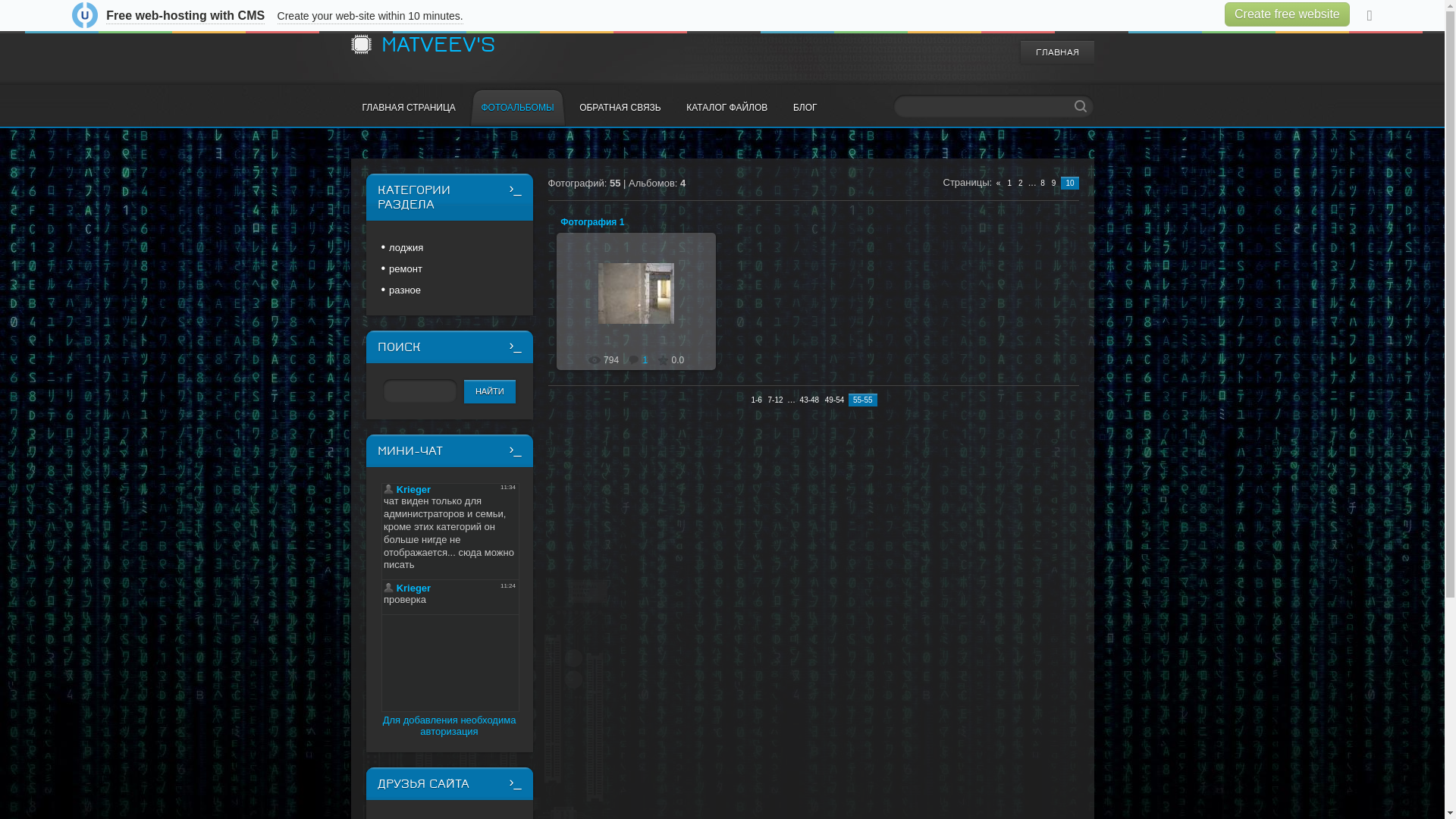  Describe the element at coordinates (1053, 182) in the screenshot. I see `'9'` at that location.